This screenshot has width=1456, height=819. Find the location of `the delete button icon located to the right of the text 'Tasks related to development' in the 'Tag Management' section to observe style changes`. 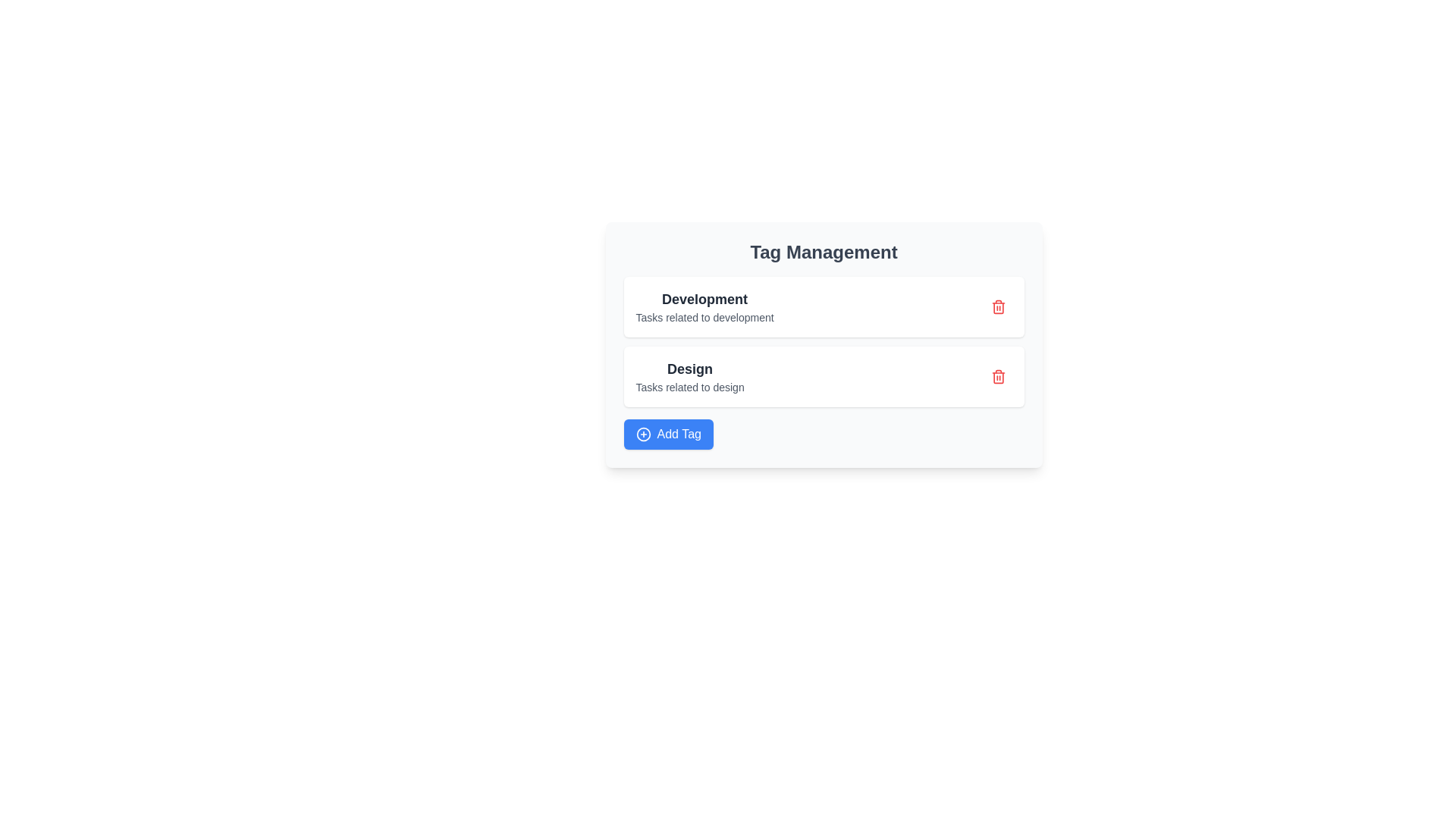

the delete button icon located to the right of the text 'Tasks related to development' in the 'Tag Management' section to observe style changes is located at coordinates (998, 307).